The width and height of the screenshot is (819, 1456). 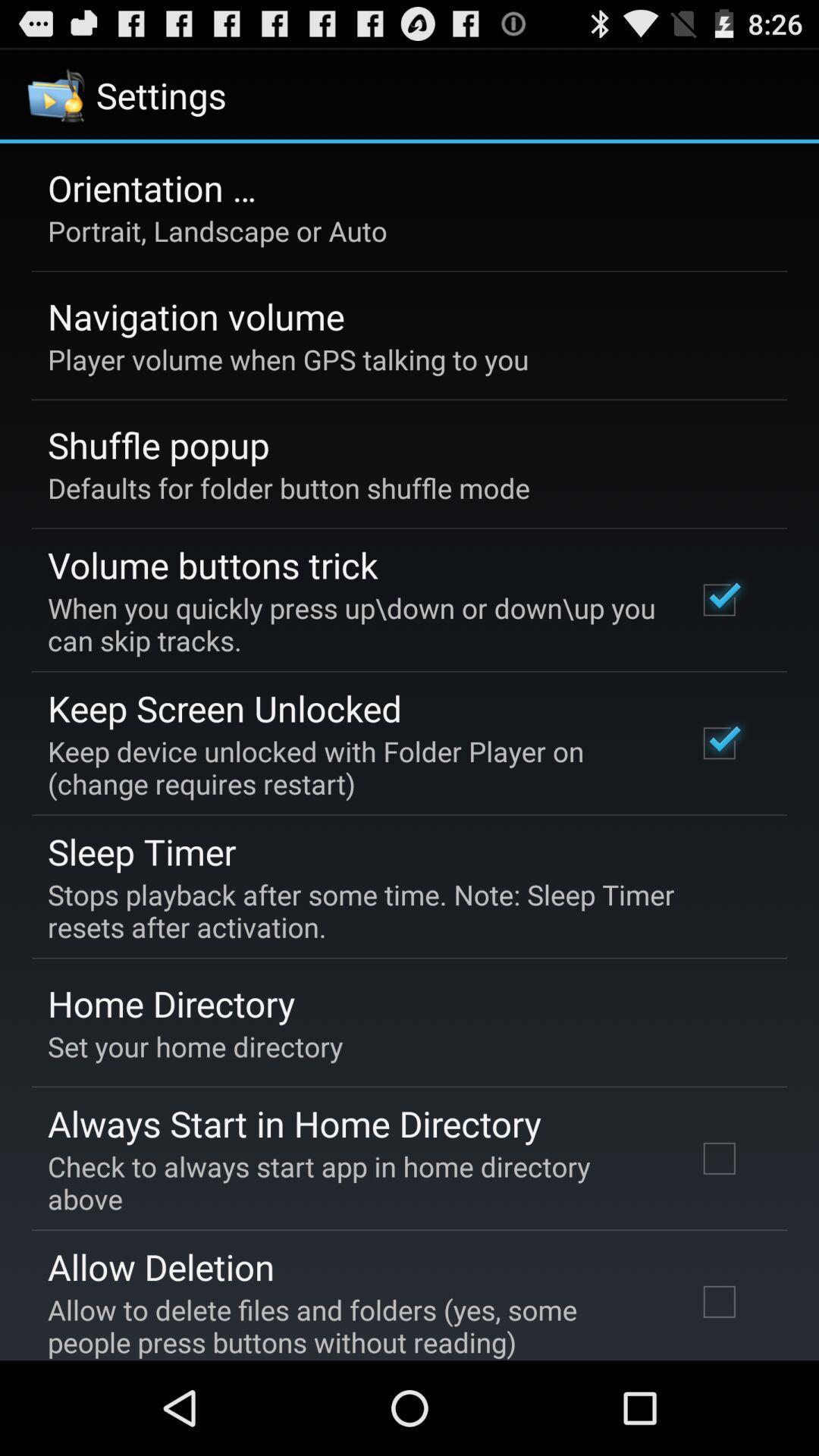 I want to click on allow deletion app, so click(x=161, y=1266).